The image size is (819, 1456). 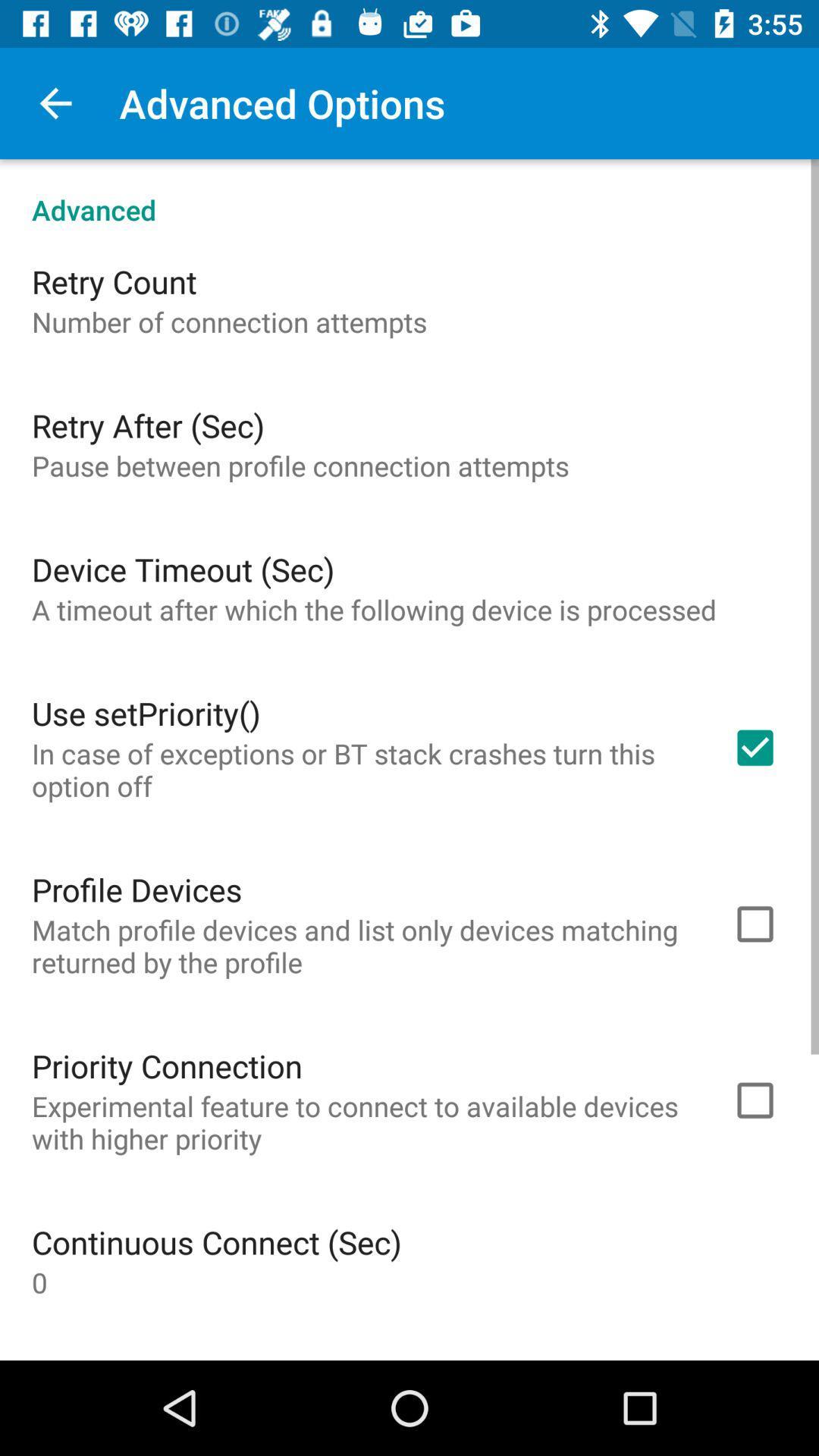 I want to click on go back, so click(x=55, y=102).